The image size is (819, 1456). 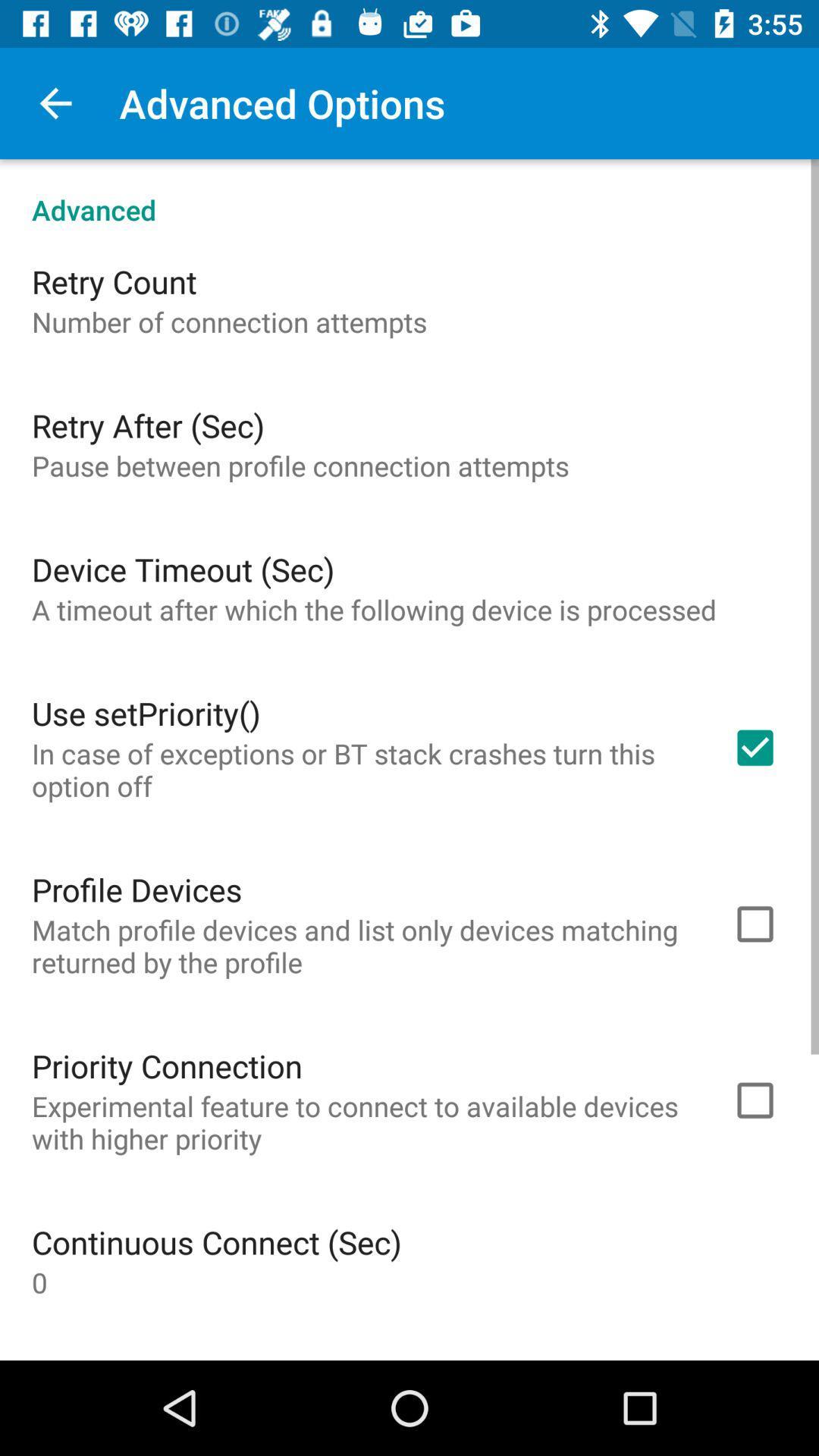 I want to click on go back, so click(x=55, y=102).